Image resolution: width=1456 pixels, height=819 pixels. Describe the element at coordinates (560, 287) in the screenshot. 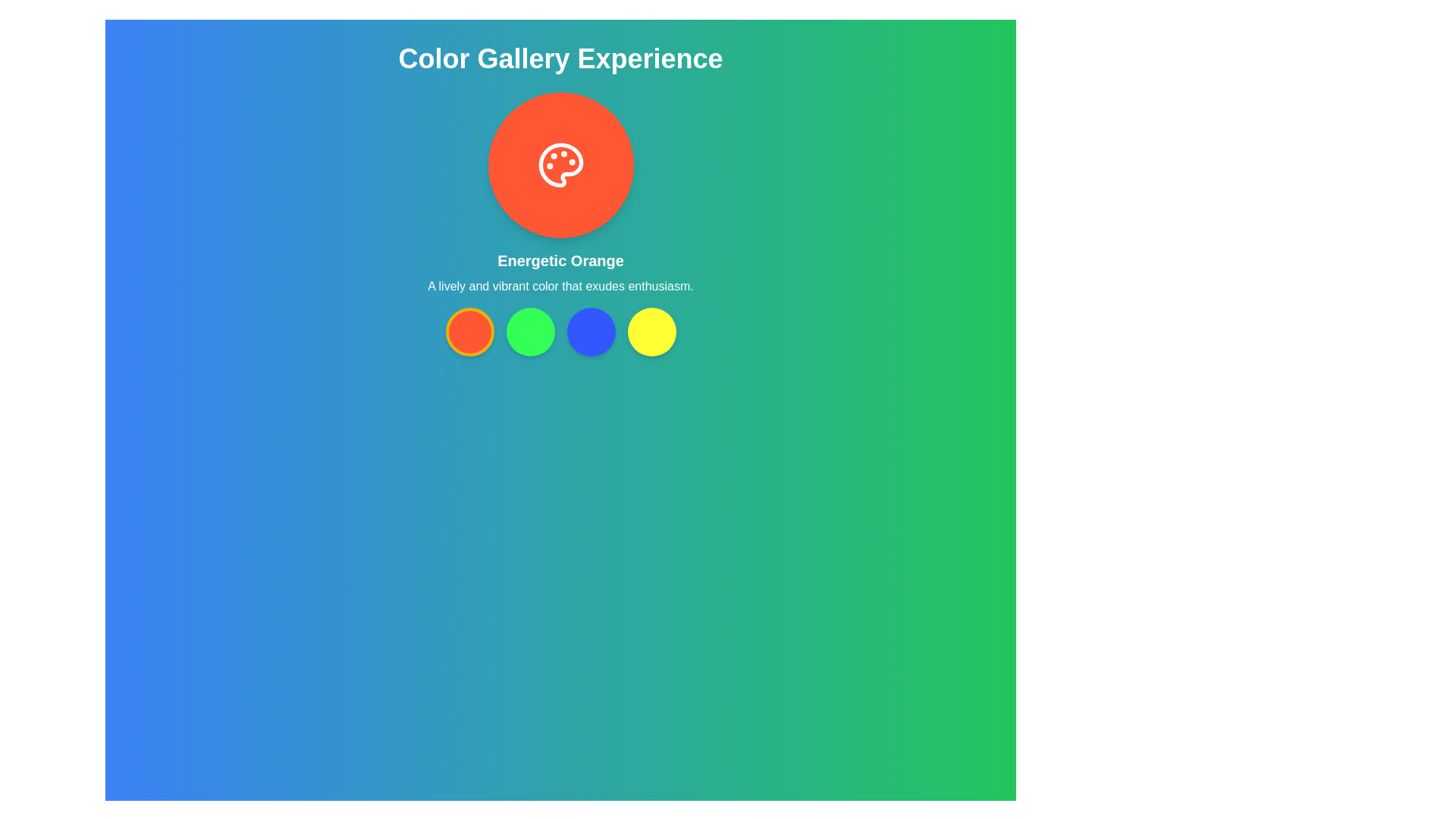

I see `the non-interactive text label providing descriptive information about the color 'Energetic Orange', located below the text 'Energetic Orange' and above a horizontal arrangement of colored circles` at that location.